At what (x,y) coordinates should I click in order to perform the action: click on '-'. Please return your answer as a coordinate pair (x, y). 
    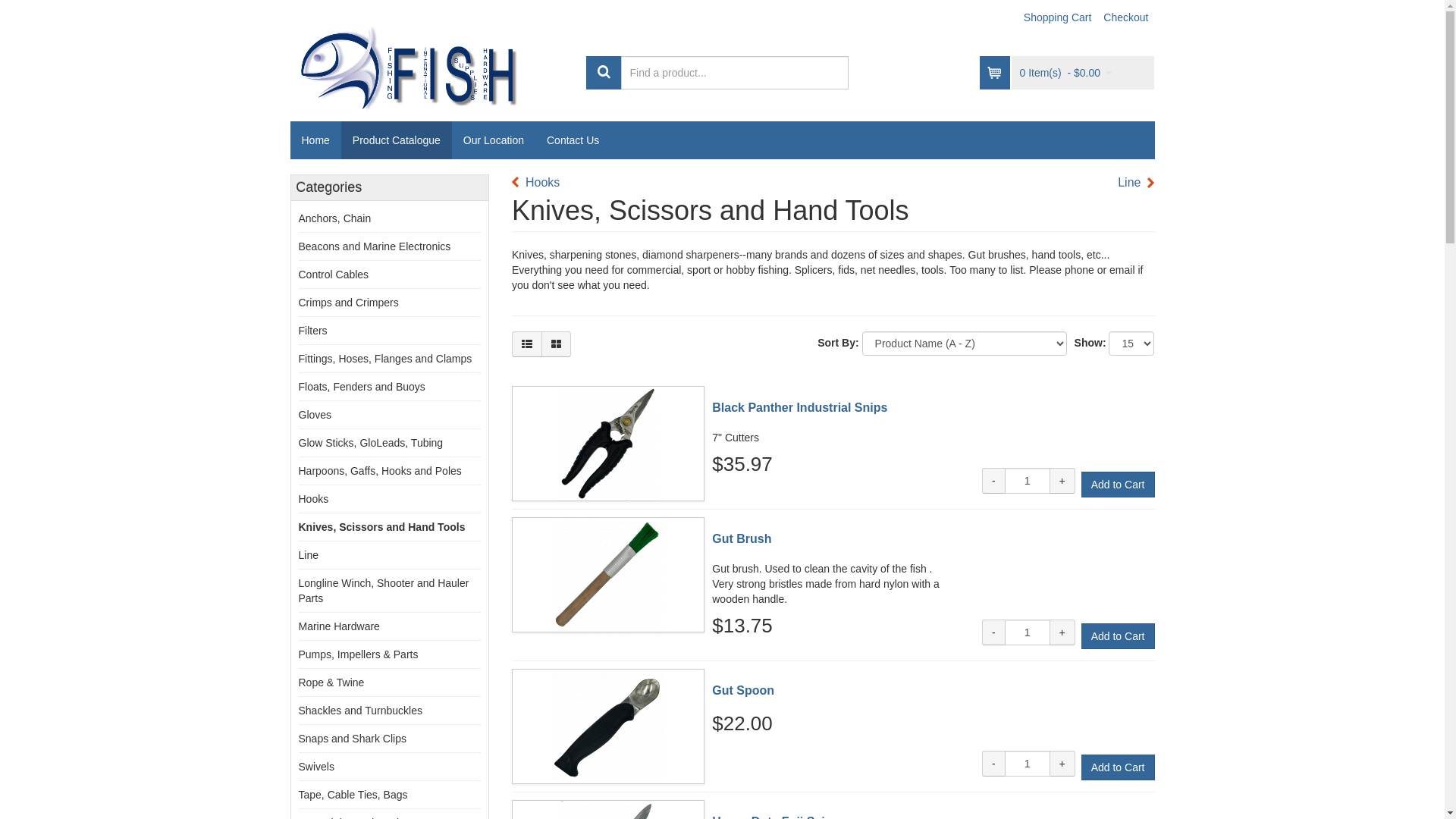
    Looking at the image, I should click on (993, 632).